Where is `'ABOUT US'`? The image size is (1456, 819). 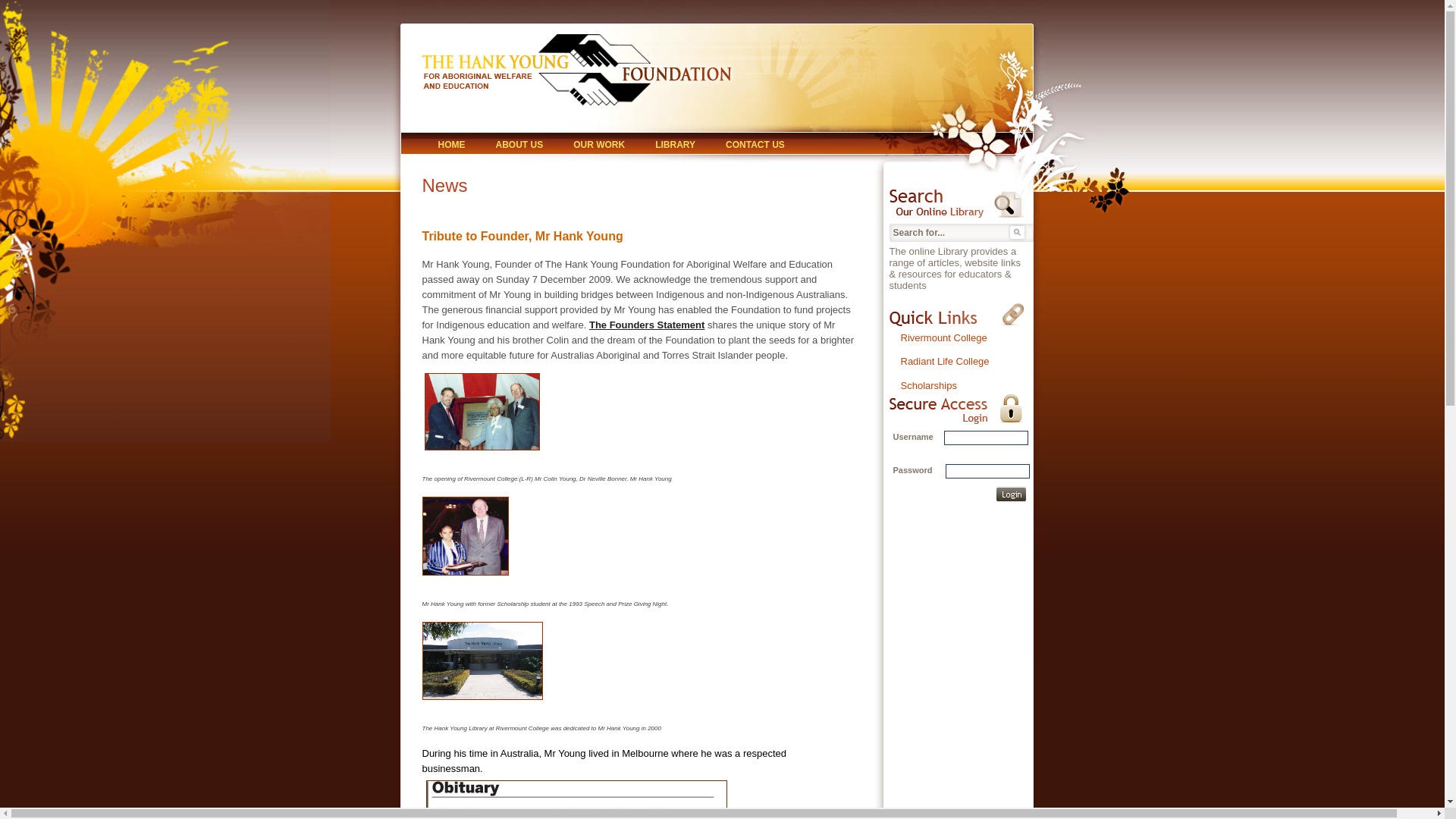 'ABOUT US' is located at coordinates (519, 145).